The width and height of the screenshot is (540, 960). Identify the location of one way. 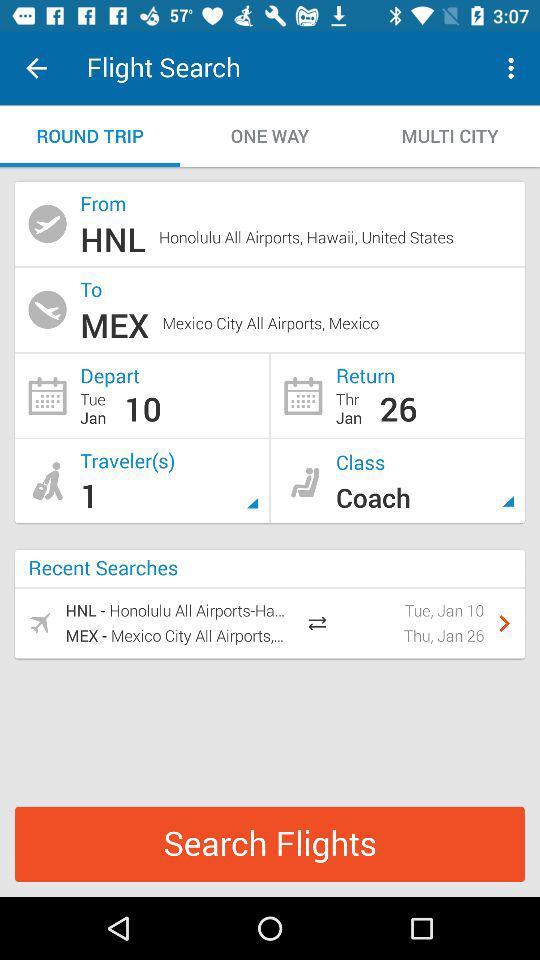
(270, 135).